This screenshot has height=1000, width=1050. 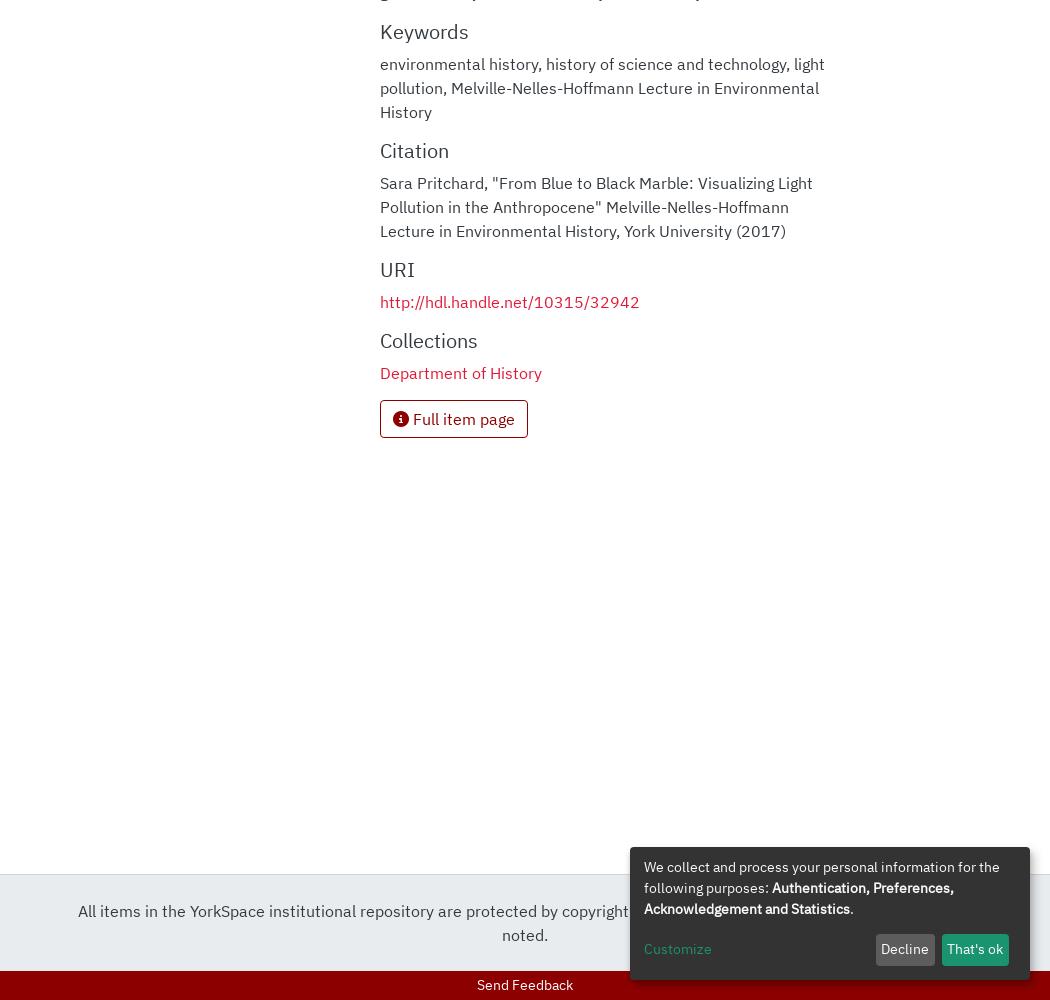 I want to click on 'history of science and technology', so click(x=663, y=62).